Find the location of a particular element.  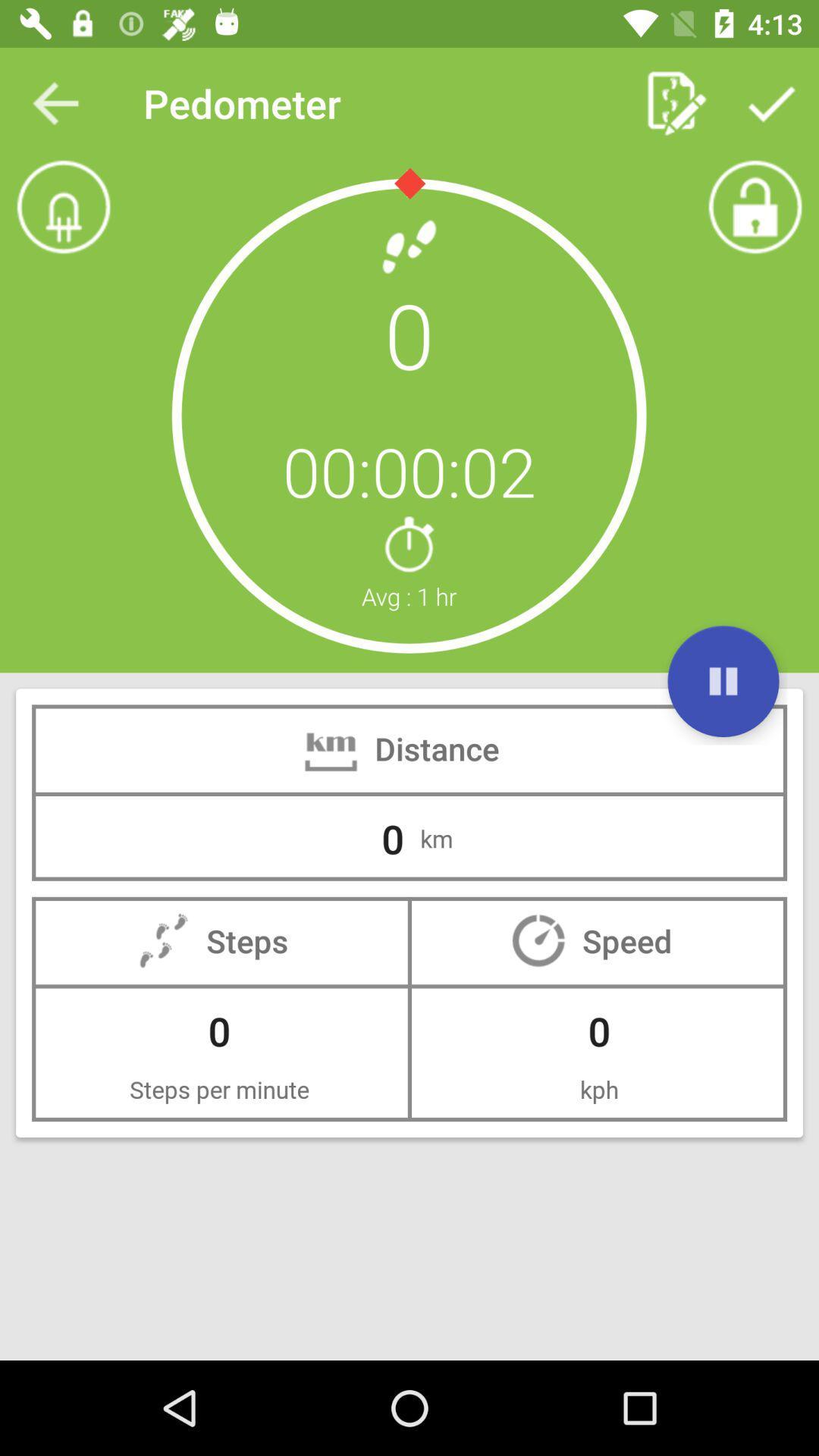

the pause icon is located at coordinates (722, 680).